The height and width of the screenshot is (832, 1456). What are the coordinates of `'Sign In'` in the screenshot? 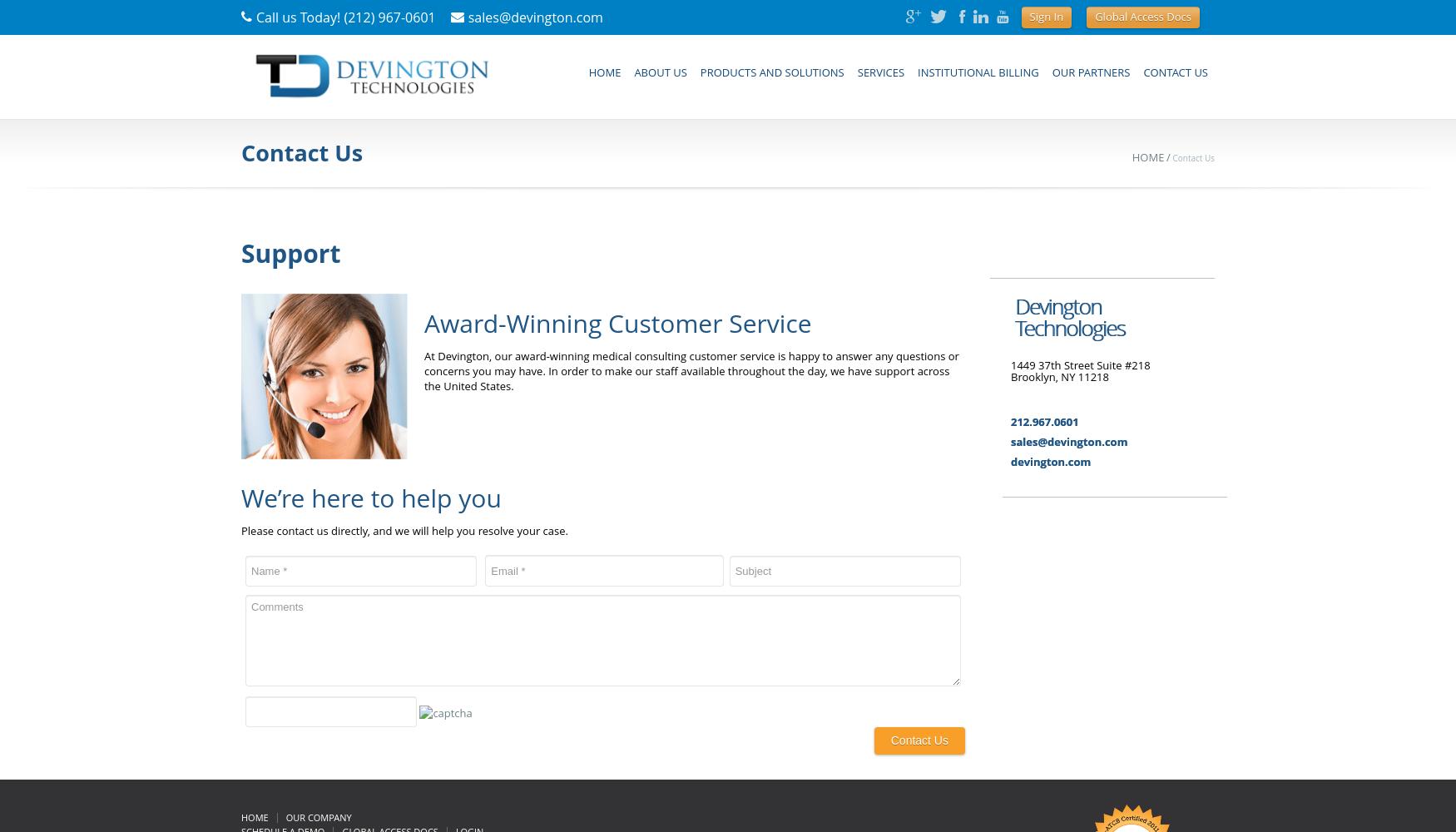 It's located at (1045, 17).